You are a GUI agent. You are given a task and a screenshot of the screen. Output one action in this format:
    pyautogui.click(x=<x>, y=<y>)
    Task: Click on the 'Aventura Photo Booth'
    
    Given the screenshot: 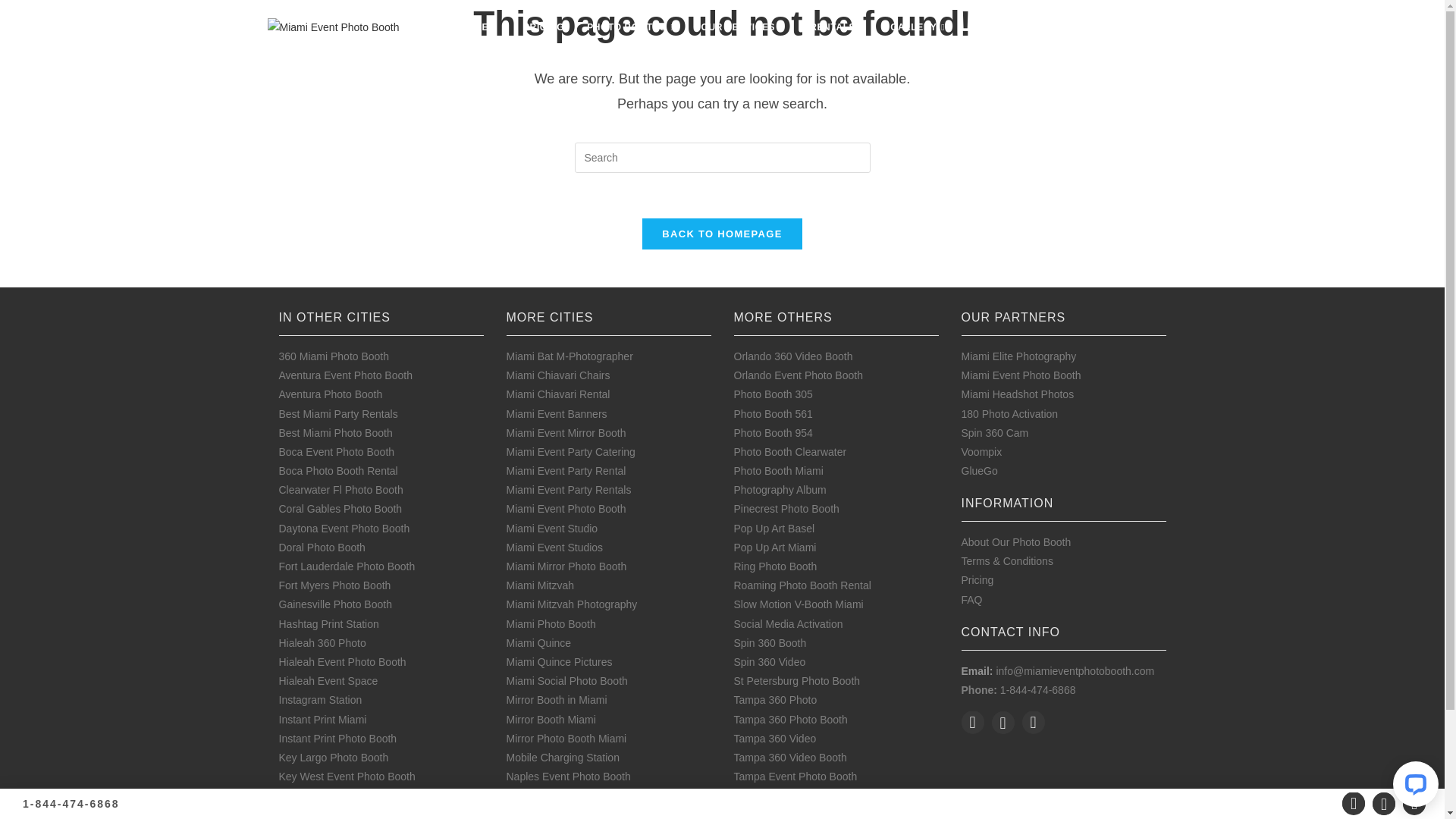 What is the action you would take?
    pyautogui.click(x=330, y=394)
    